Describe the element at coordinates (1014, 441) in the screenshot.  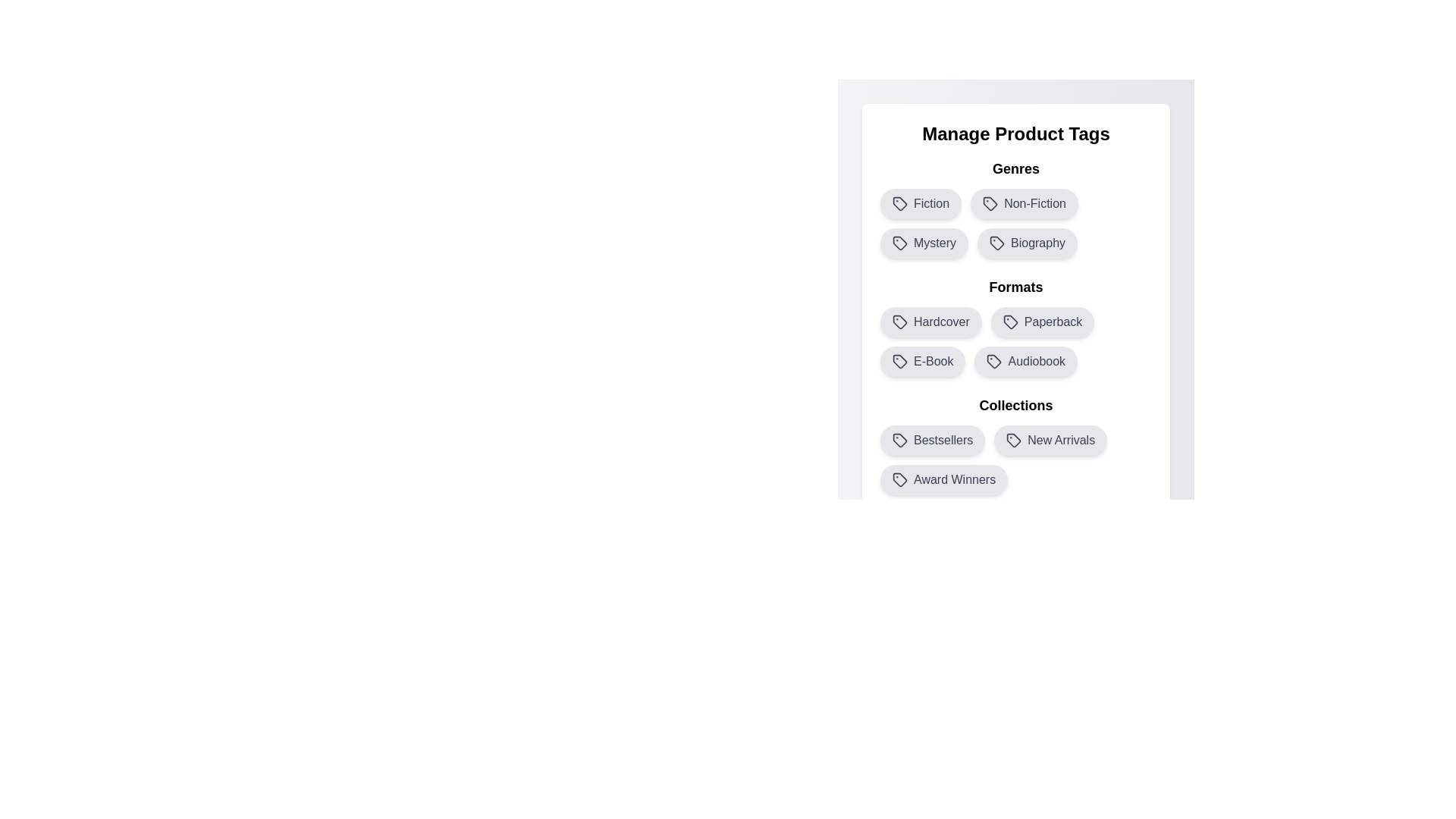
I see `the outer shape of the tag icon located in the 'New Arrivals' section of the 'Collections' group` at that location.